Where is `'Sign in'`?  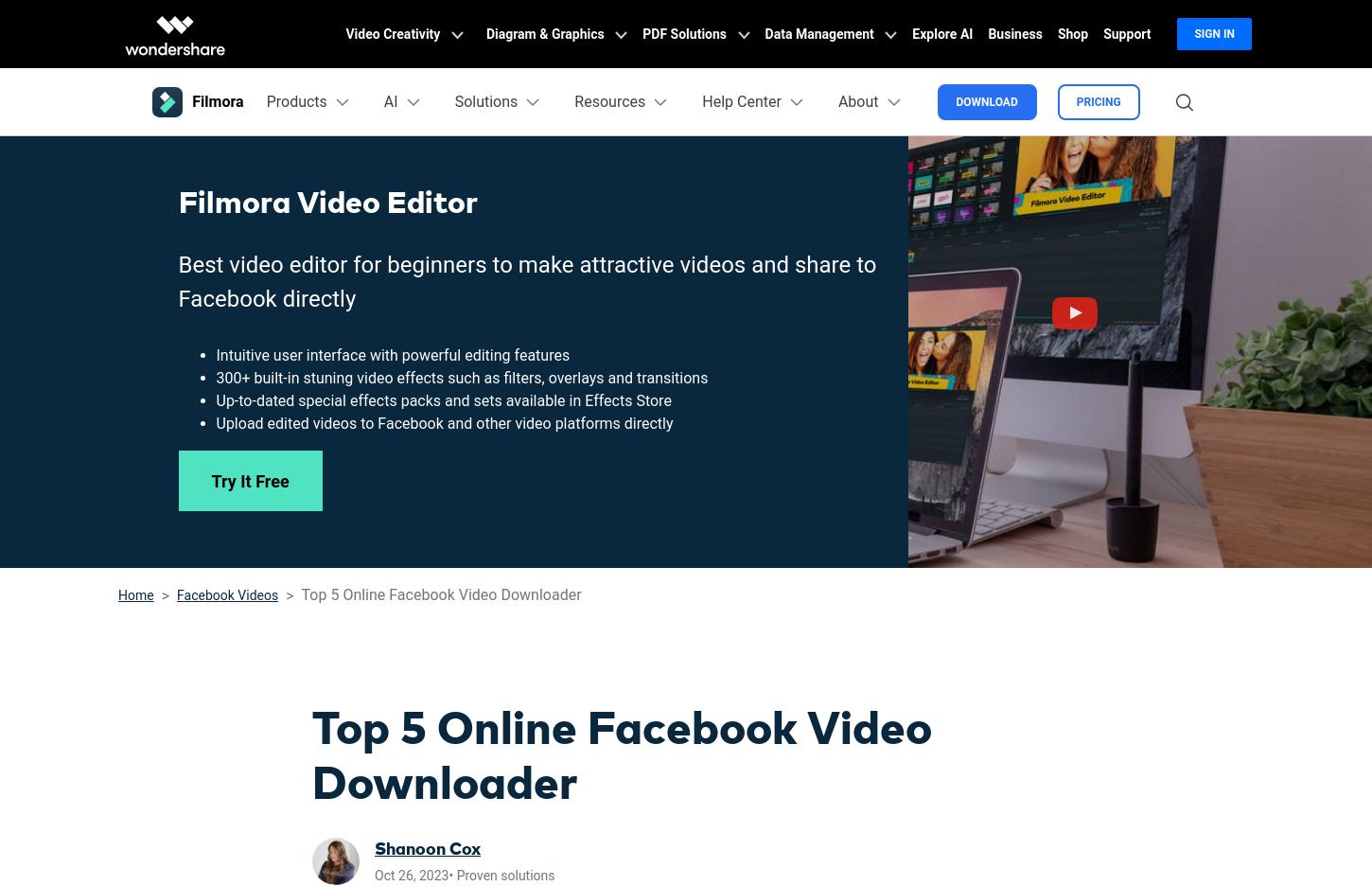
'Sign in' is located at coordinates (1214, 33).